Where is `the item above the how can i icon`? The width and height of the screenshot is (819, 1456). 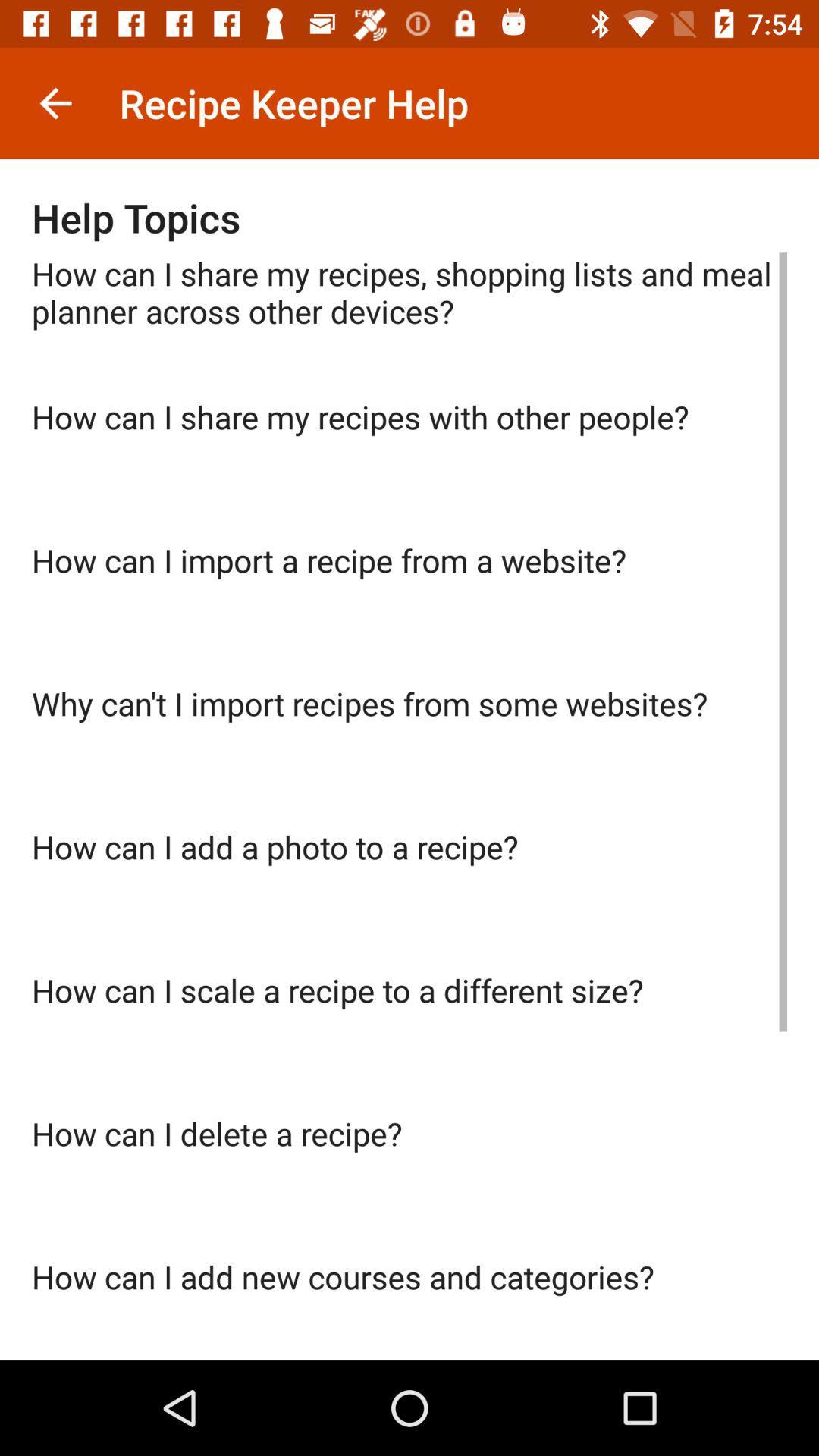
the item above the how can i icon is located at coordinates (409, 753).